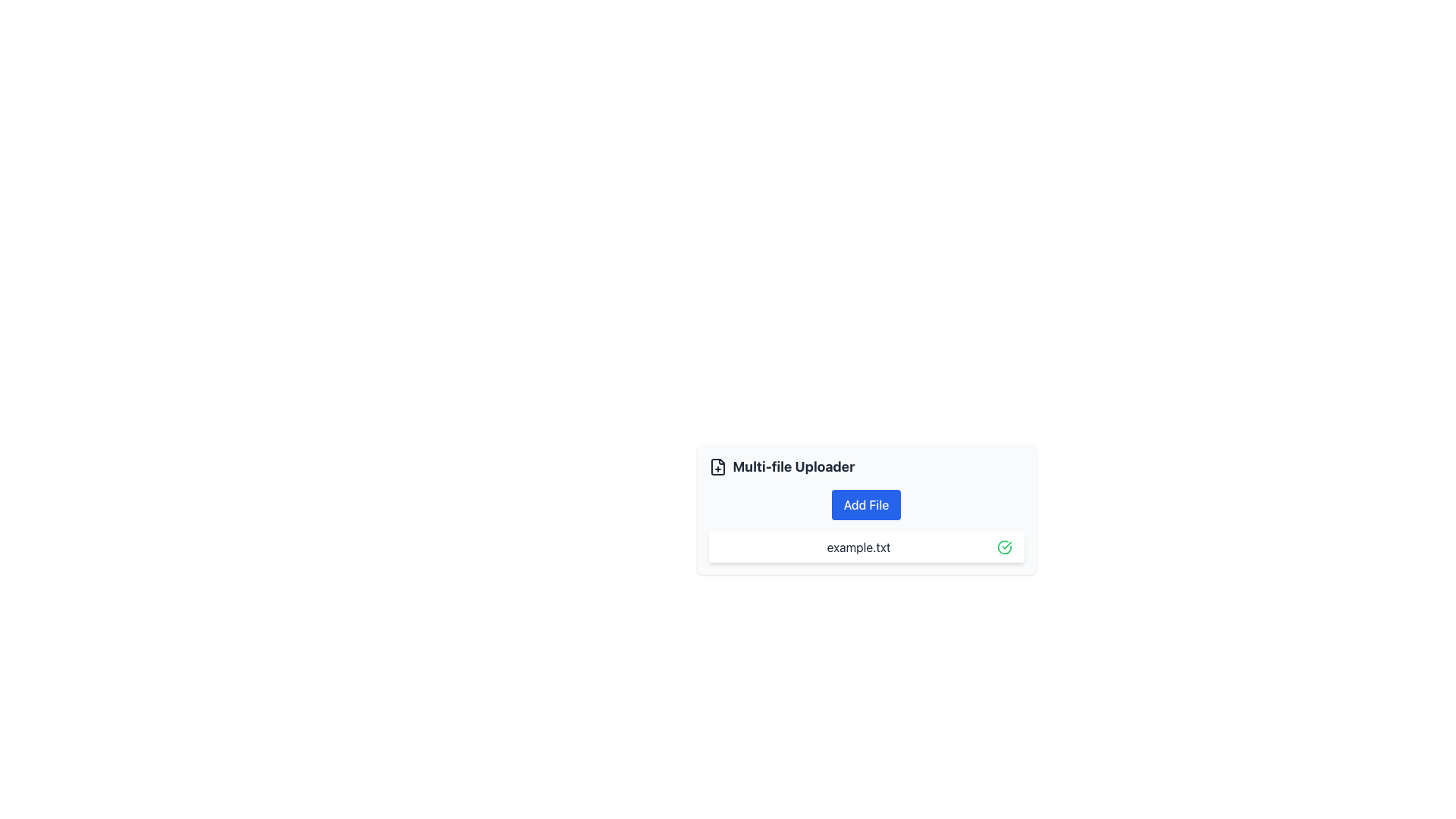 The width and height of the screenshot is (1456, 819). Describe the element at coordinates (717, 466) in the screenshot. I see `the file icon located in the upper left corner of the uploader interface, which visually represents a file and is part of a multi-file uploader` at that location.